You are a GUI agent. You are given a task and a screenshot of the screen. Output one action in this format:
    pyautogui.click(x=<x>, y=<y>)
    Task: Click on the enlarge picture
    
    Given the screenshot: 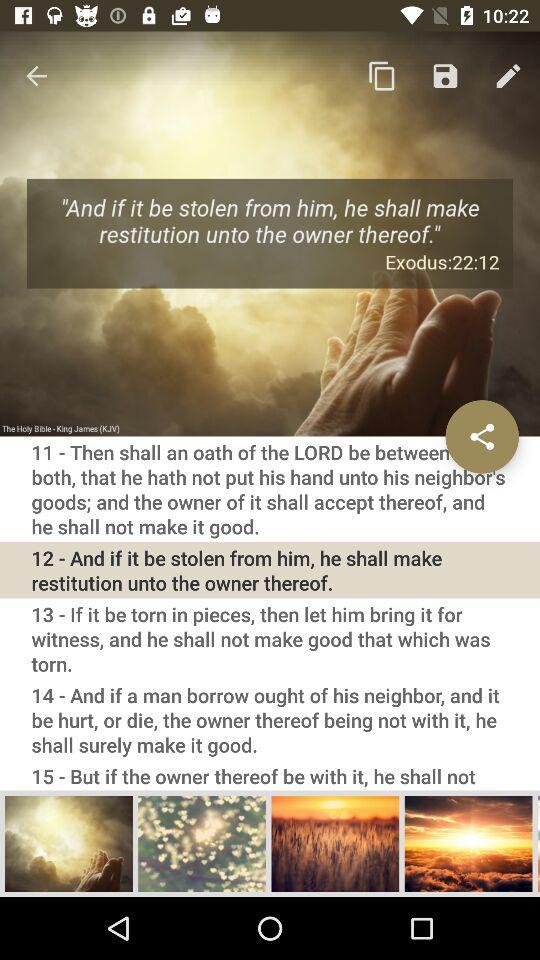 What is the action you would take?
    pyautogui.click(x=468, y=842)
    